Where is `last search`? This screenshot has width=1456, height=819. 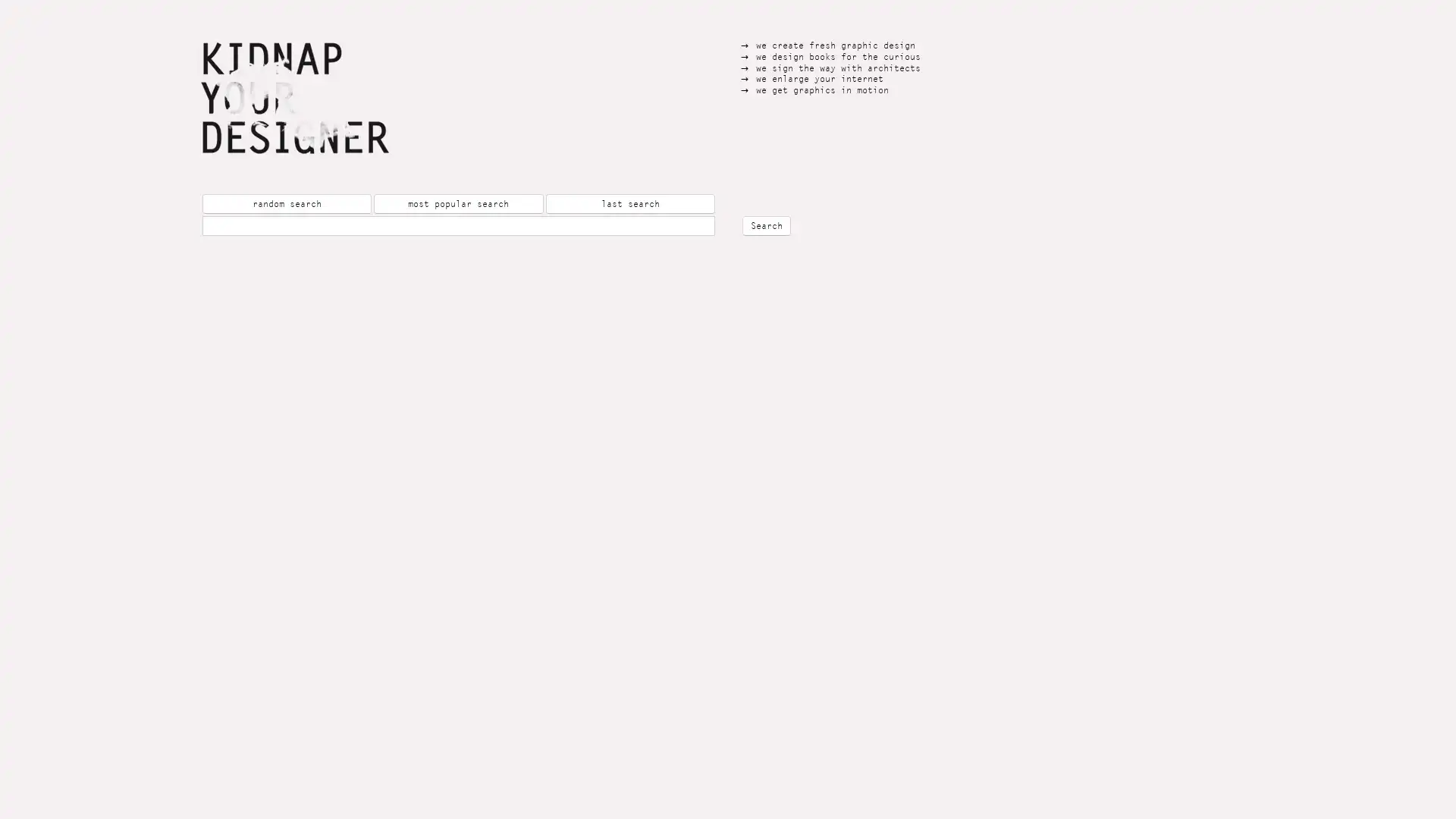
last search is located at coordinates (629, 203).